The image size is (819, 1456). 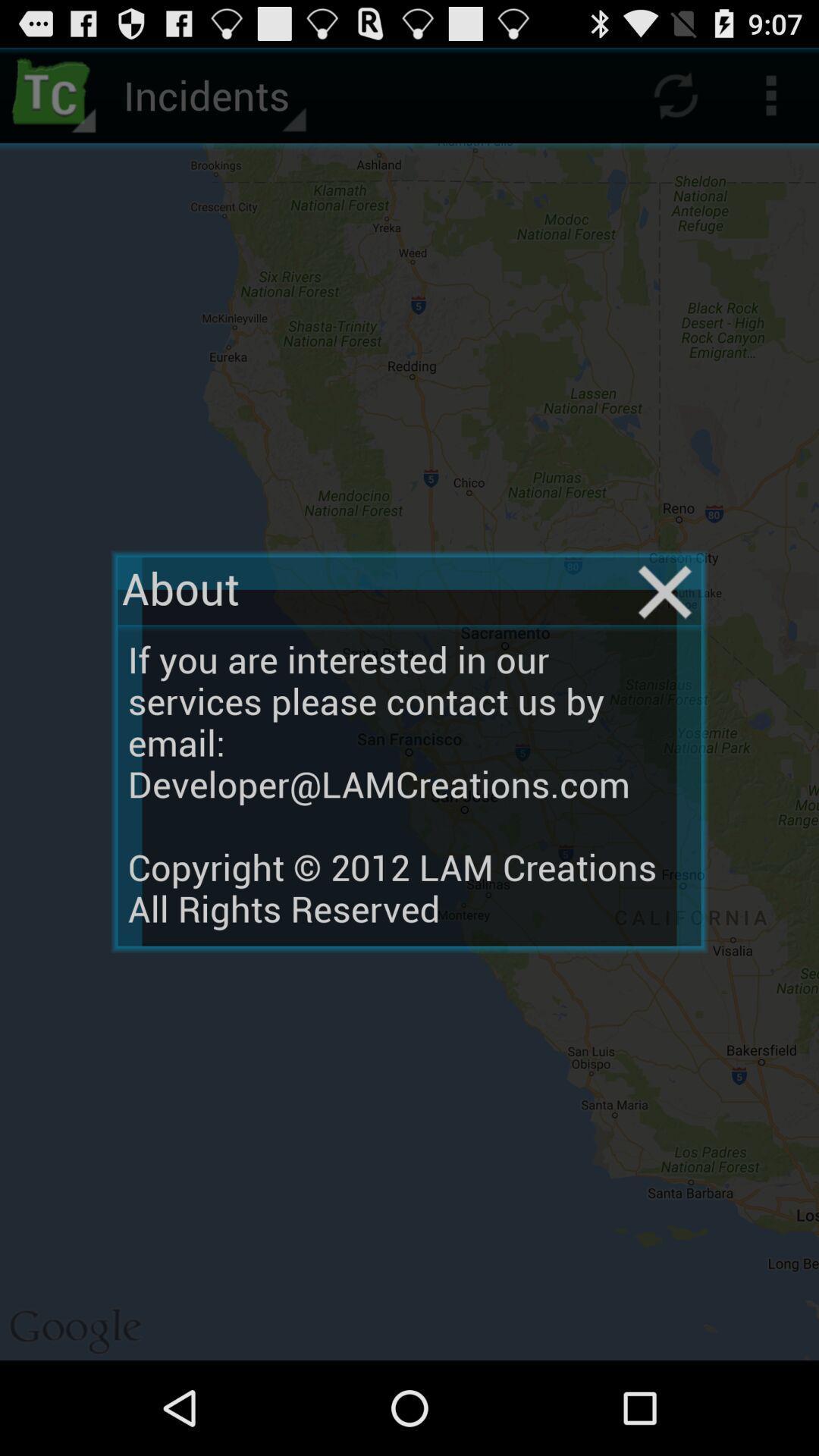 What do you see at coordinates (212, 94) in the screenshot?
I see `the incidents item` at bounding box center [212, 94].